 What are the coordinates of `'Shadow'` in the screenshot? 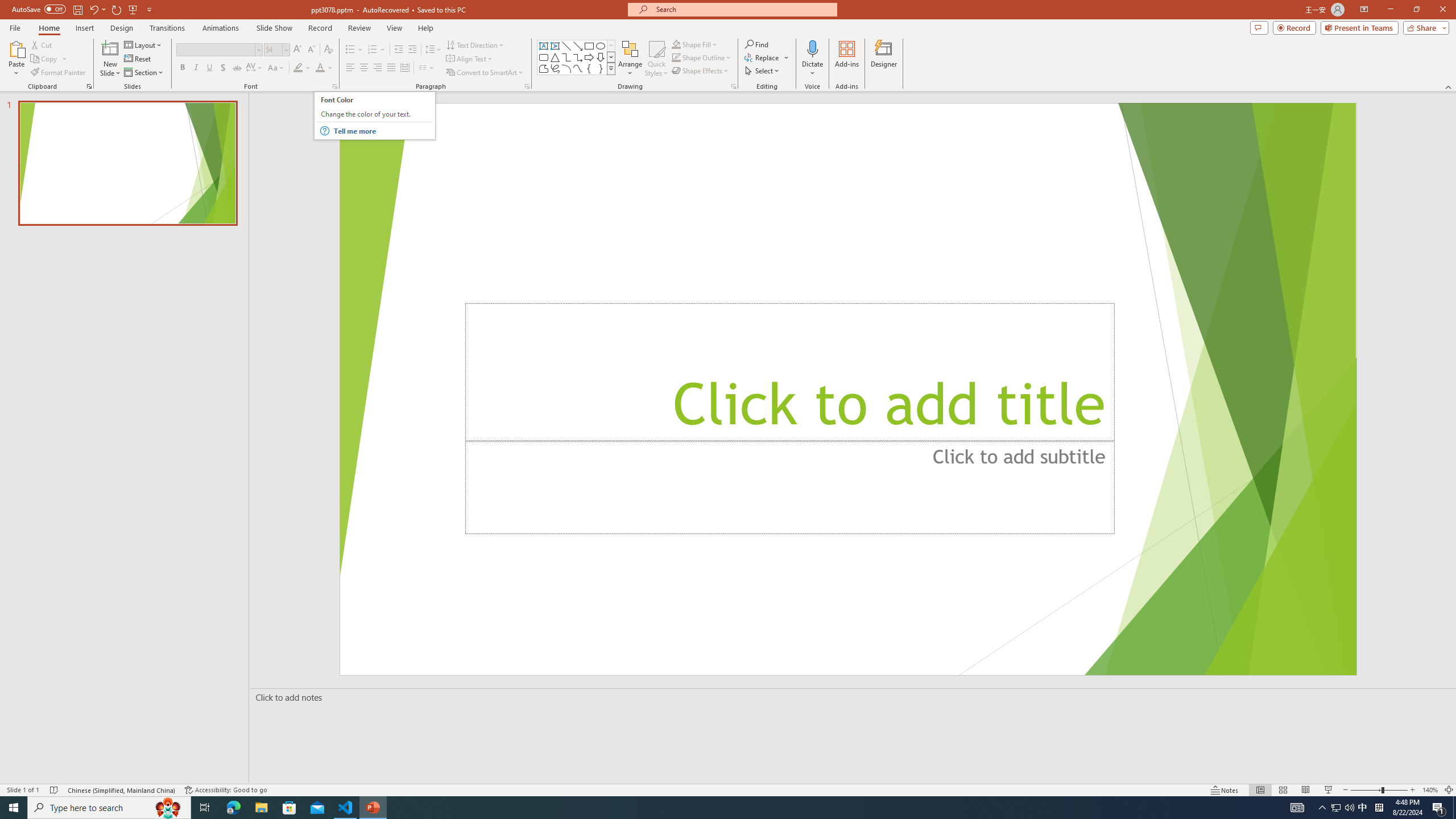 It's located at (222, 67).